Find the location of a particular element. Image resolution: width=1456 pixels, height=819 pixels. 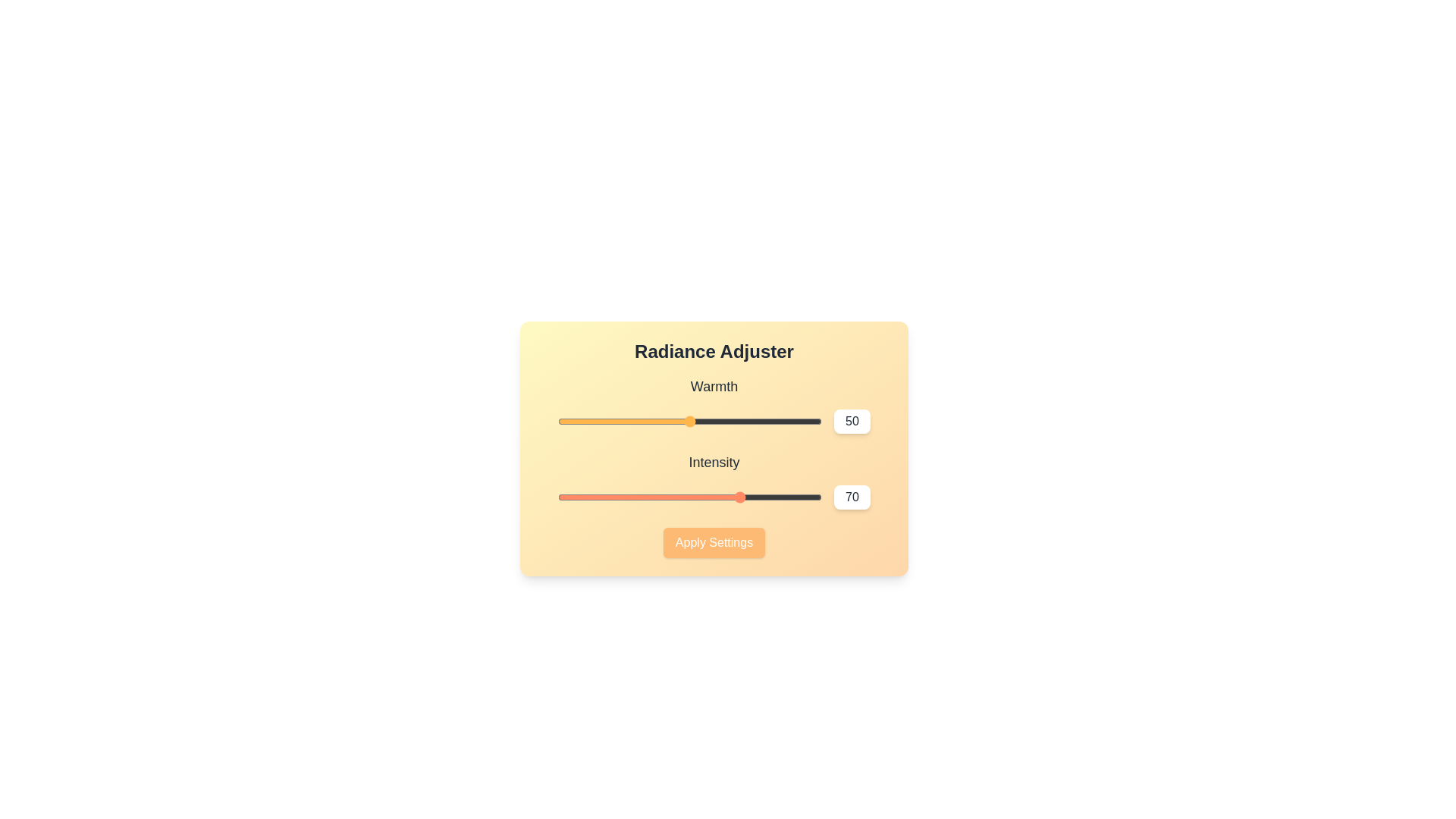

the 'Warmth' slider to 16 is located at coordinates (599, 421).